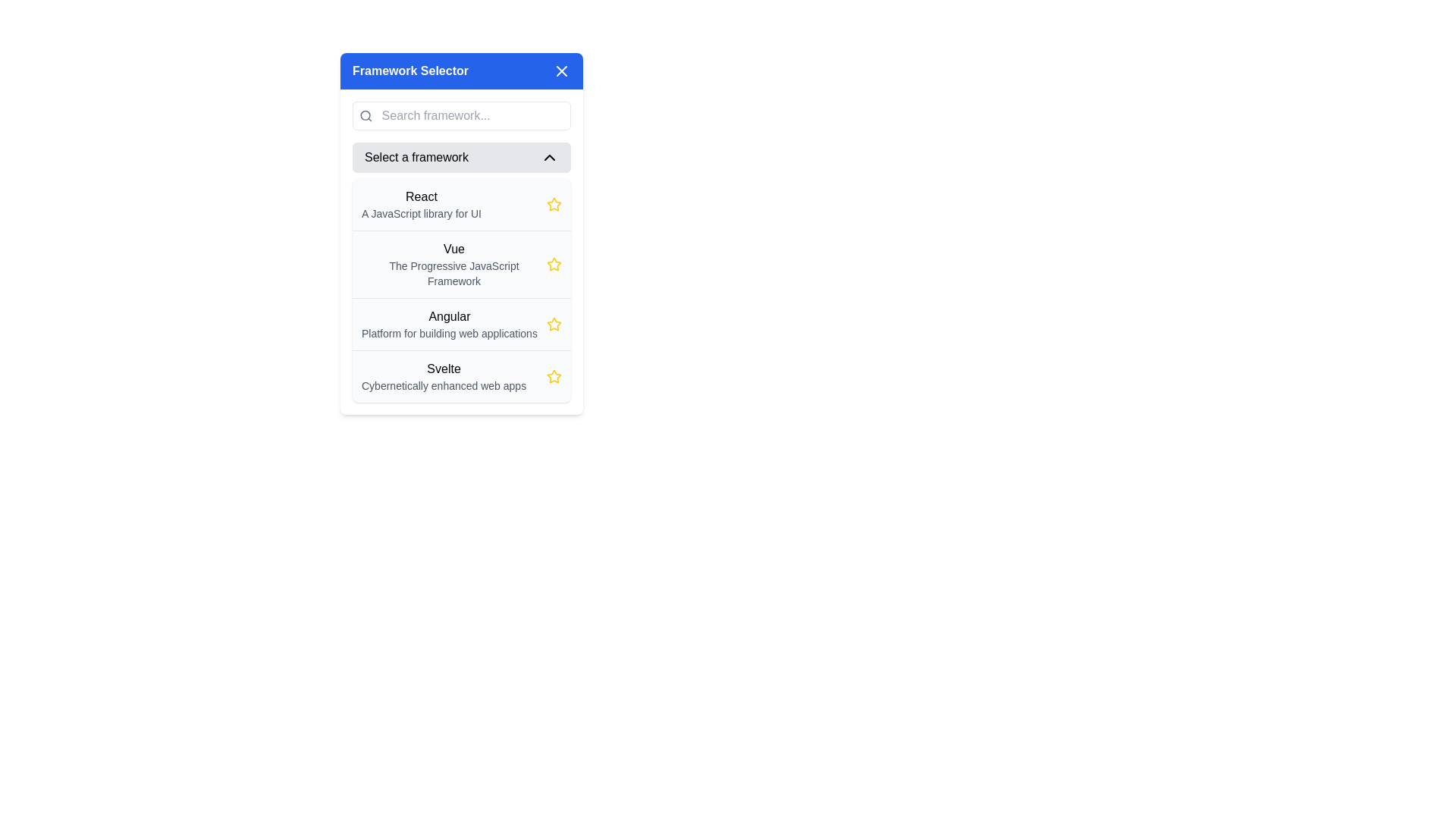 The height and width of the screenshot is (819, 1456). I want to click on visually on the title text label for the 'Framework Selector' menu, so click(448, 315).